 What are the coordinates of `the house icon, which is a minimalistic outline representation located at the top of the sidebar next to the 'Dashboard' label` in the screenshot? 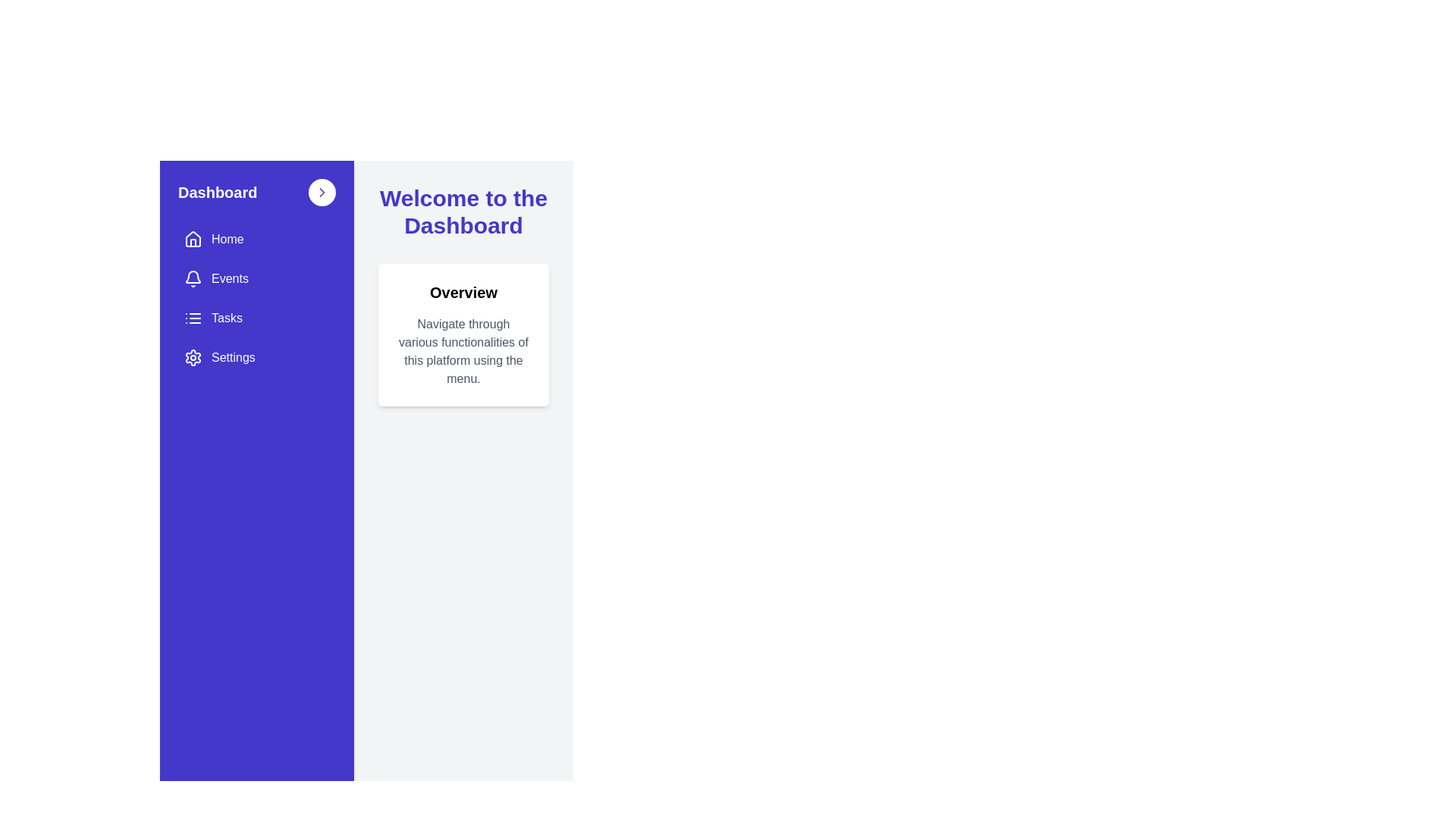 It's located at (192, 239).